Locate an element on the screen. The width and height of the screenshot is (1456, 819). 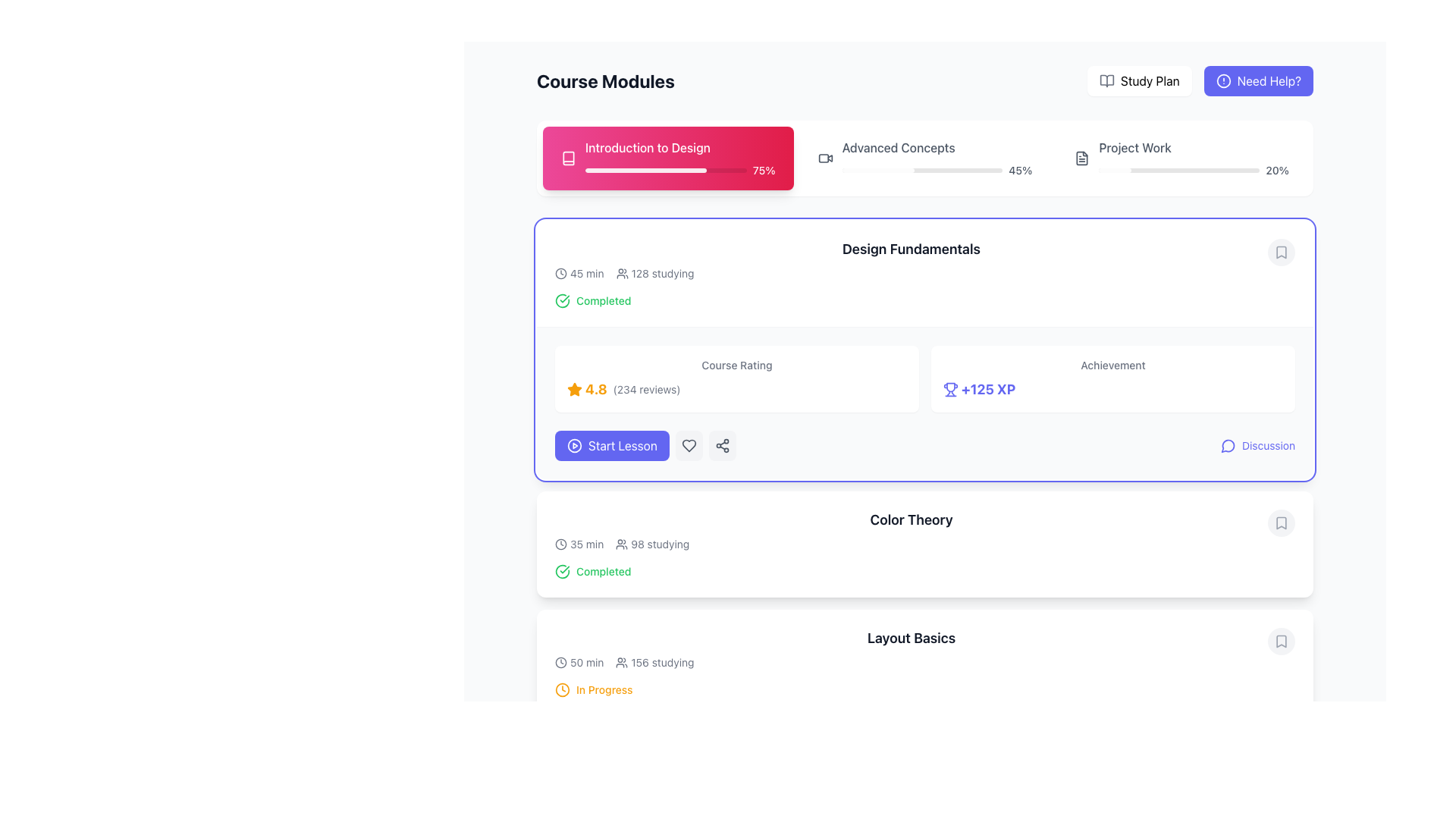
the progress tracker component for 'Project Work' is located at coordinates (1181, 158).